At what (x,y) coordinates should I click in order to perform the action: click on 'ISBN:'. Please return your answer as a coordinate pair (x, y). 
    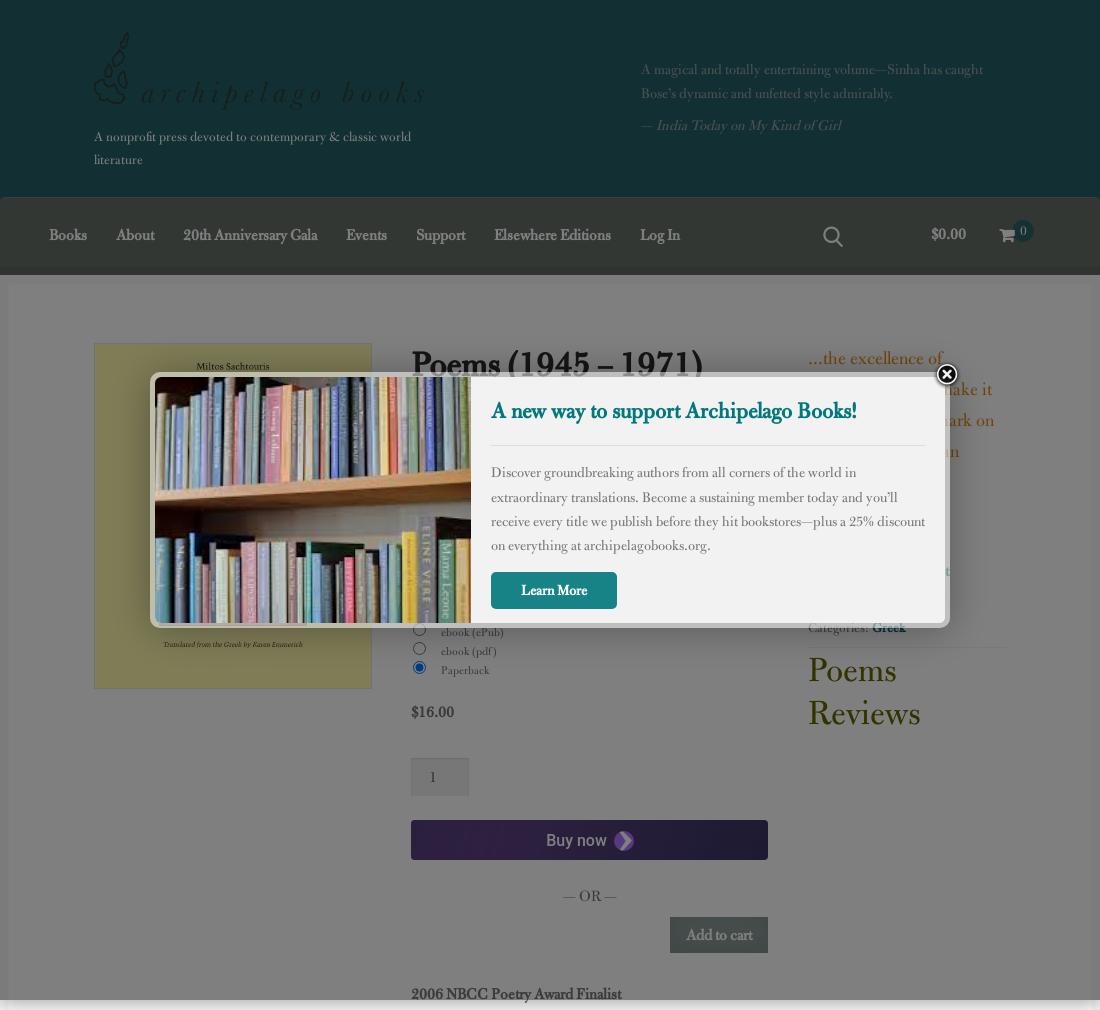
    Looking at the image, I should click on (428, 557).